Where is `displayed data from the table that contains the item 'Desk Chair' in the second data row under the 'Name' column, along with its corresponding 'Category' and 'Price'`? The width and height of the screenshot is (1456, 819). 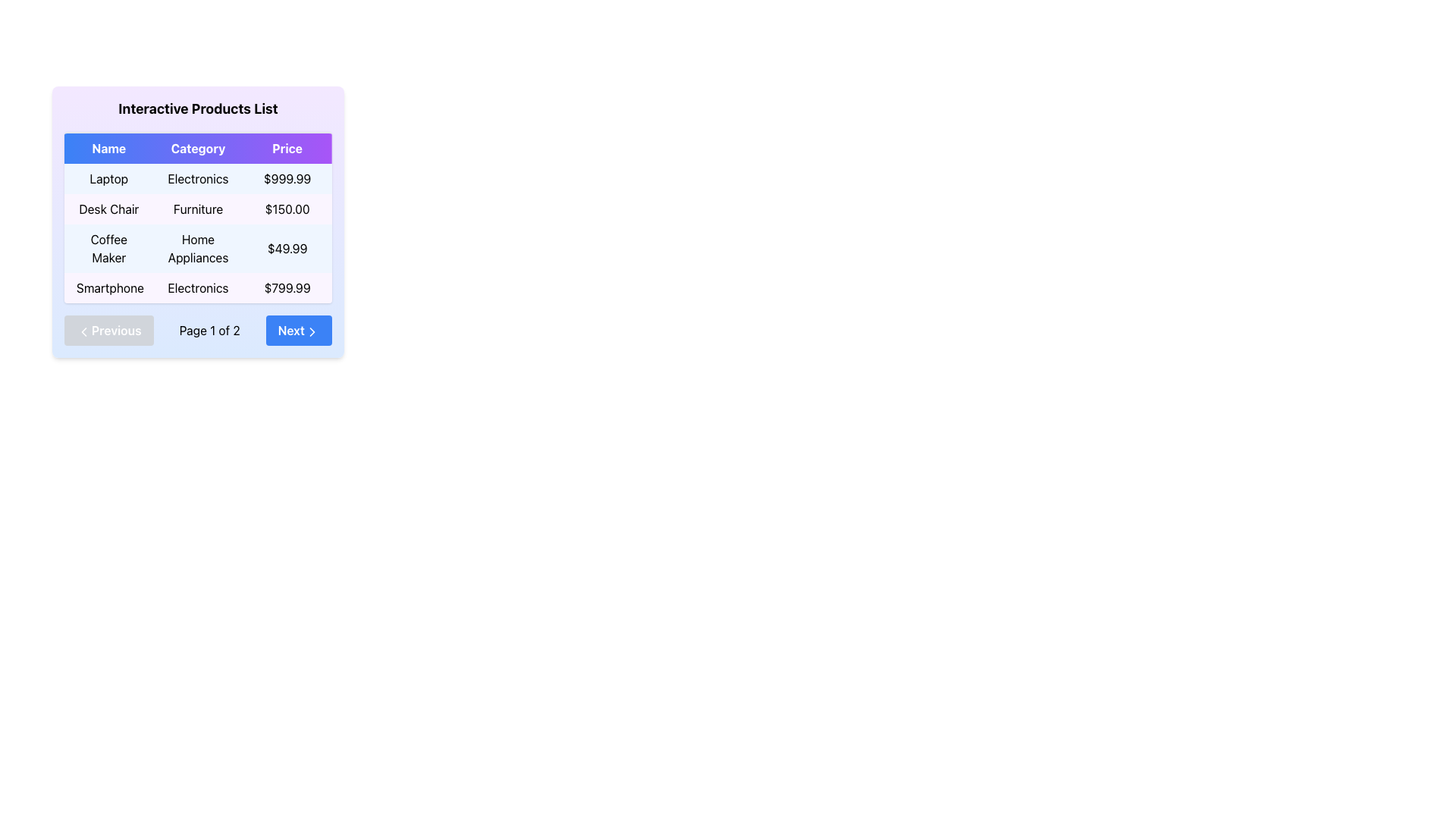
displayed data from the table that contains the item 'Desk Chair' in the second data row under the 'Name' column, along with its corresponding 'Category' and 'Price' is located at coordinates (197, 218).